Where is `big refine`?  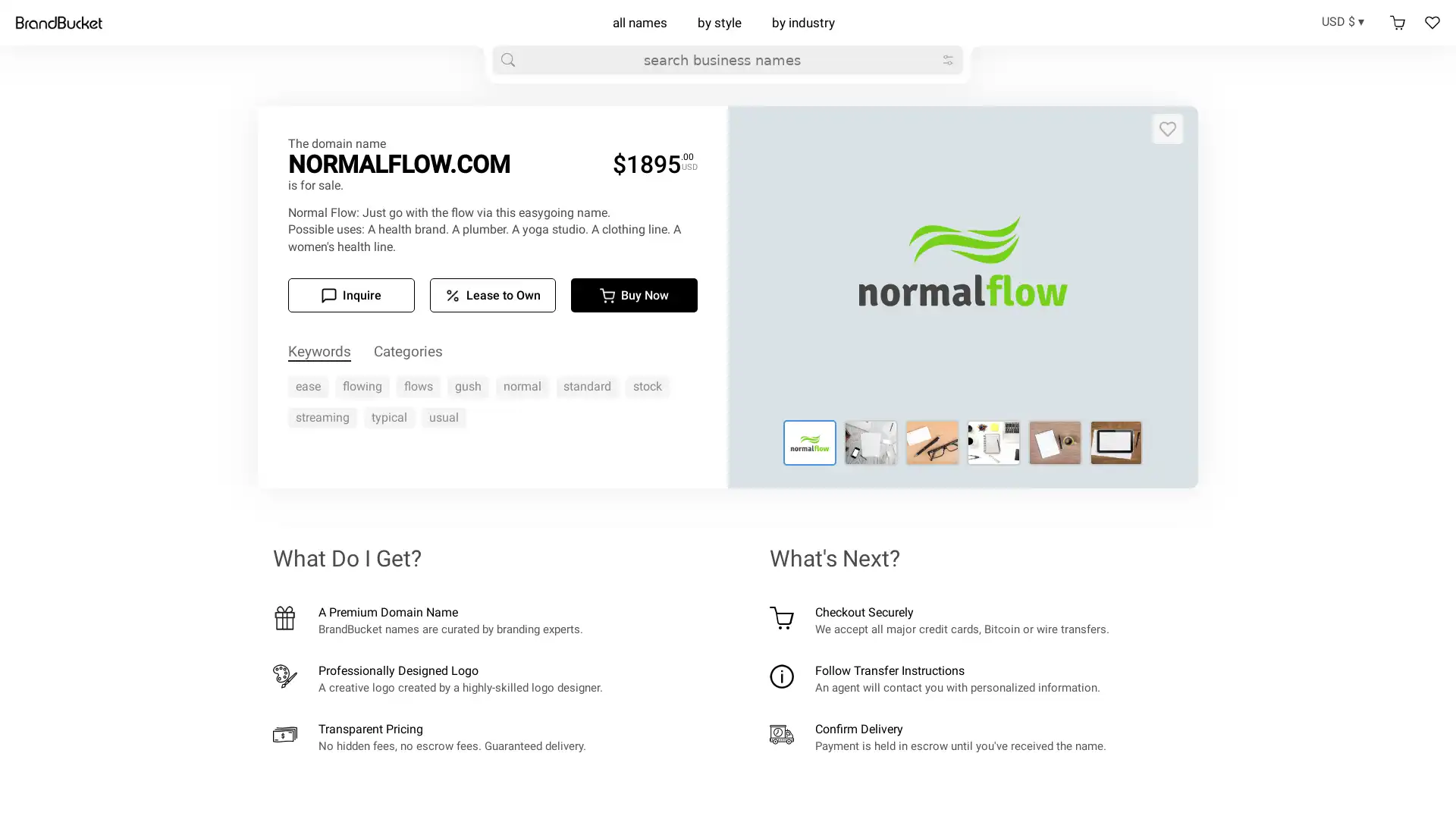
big refine is located at coordinates (946, 58).